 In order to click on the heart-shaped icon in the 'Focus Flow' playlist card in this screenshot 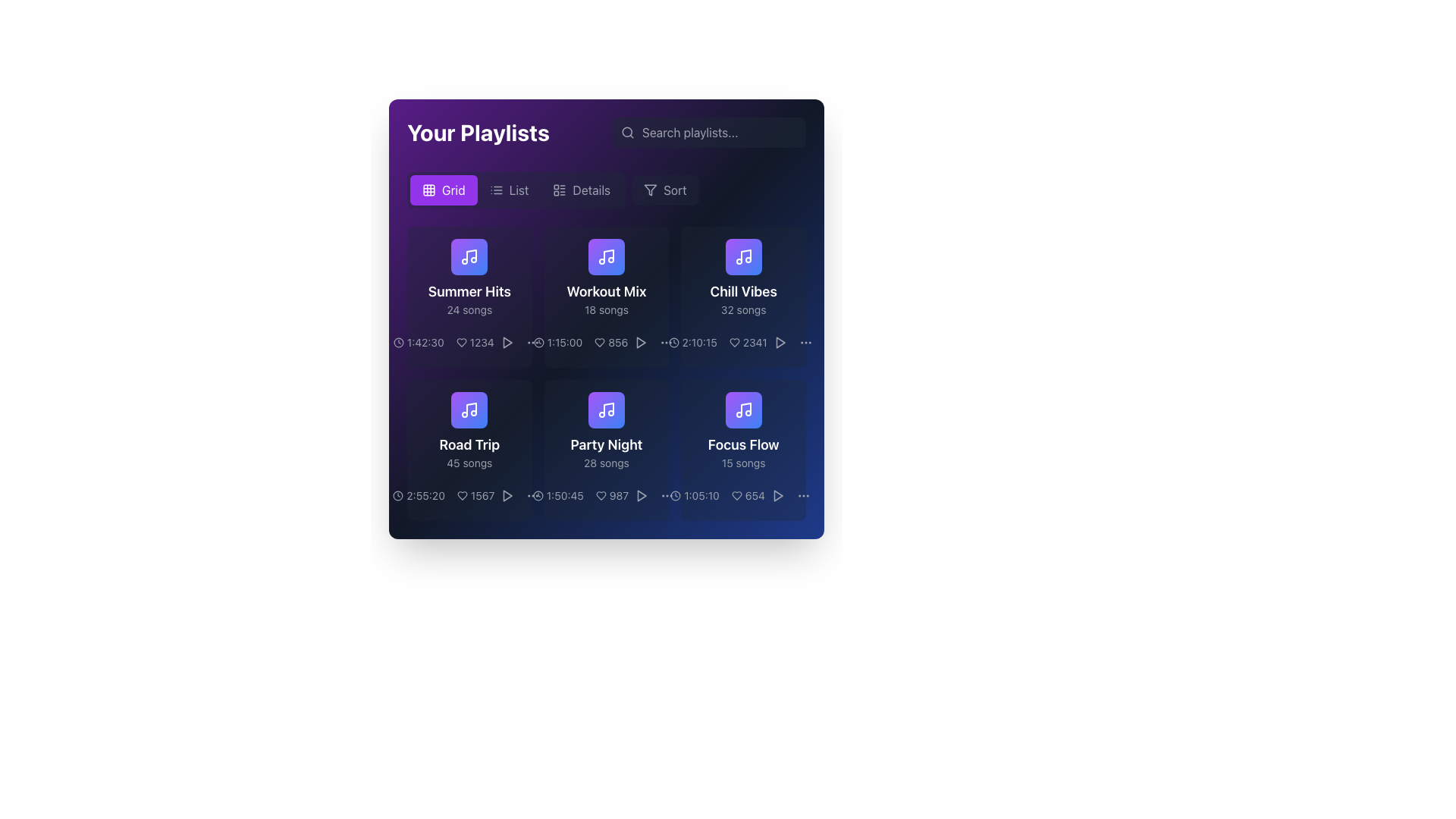, I will do `click(736, 496)`.